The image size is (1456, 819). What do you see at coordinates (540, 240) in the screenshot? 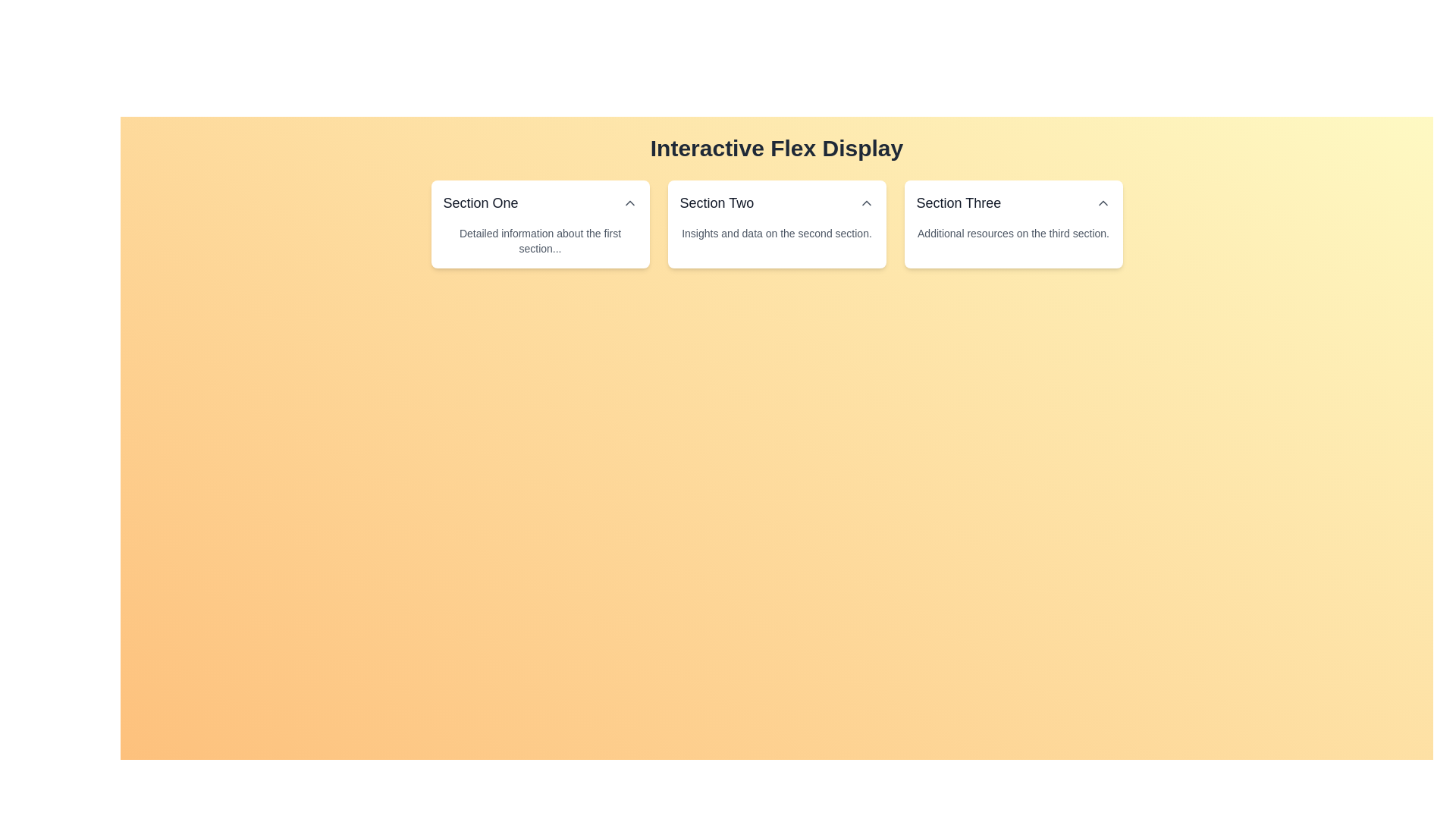
I see `the static text label displaying 'Detailed information about the first section...' located beneath the main title in 'Section One.'` at bounding box center [540, 240].